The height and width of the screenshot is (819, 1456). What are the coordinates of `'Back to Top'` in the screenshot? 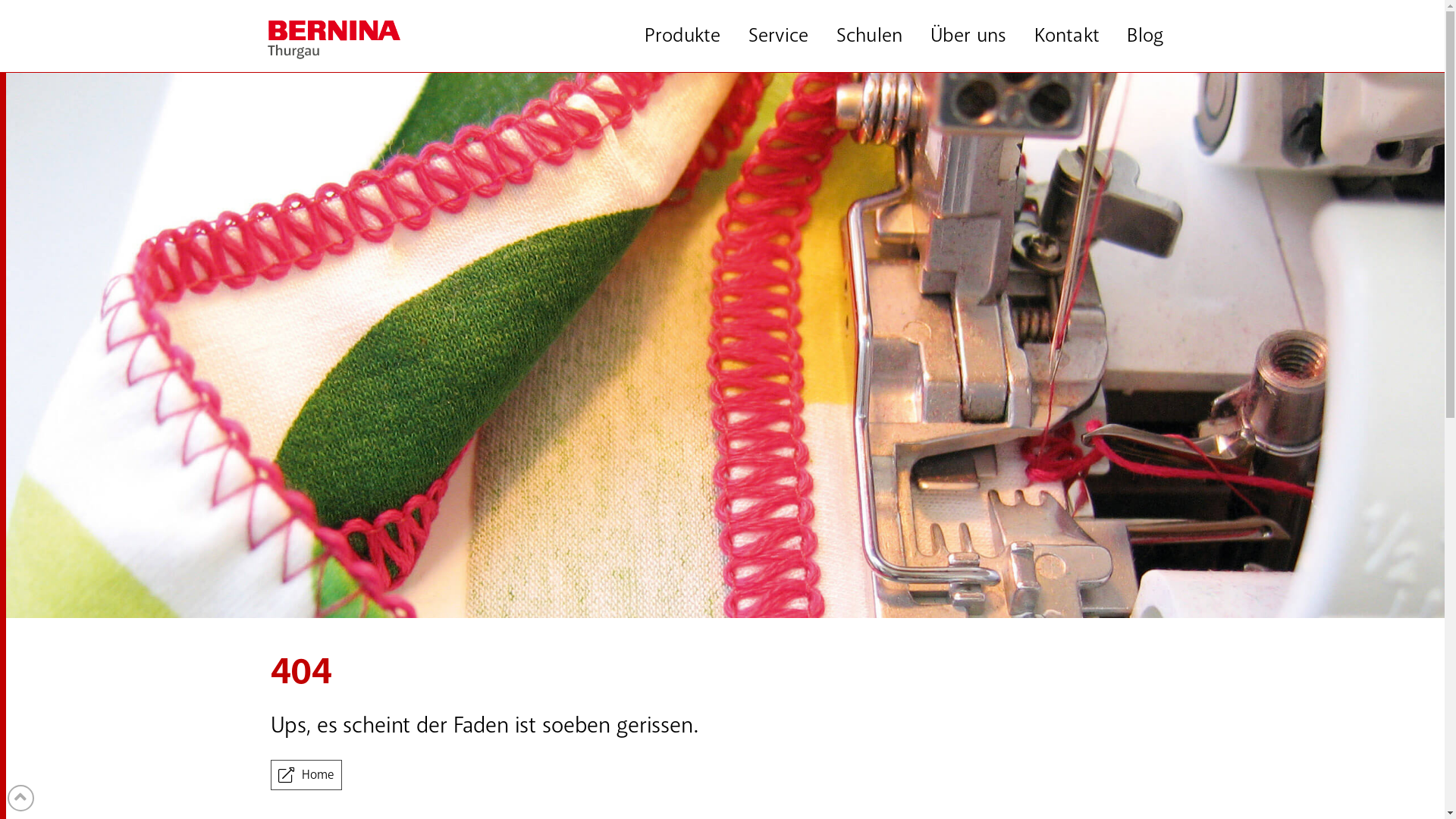 It's located at (7, 797).